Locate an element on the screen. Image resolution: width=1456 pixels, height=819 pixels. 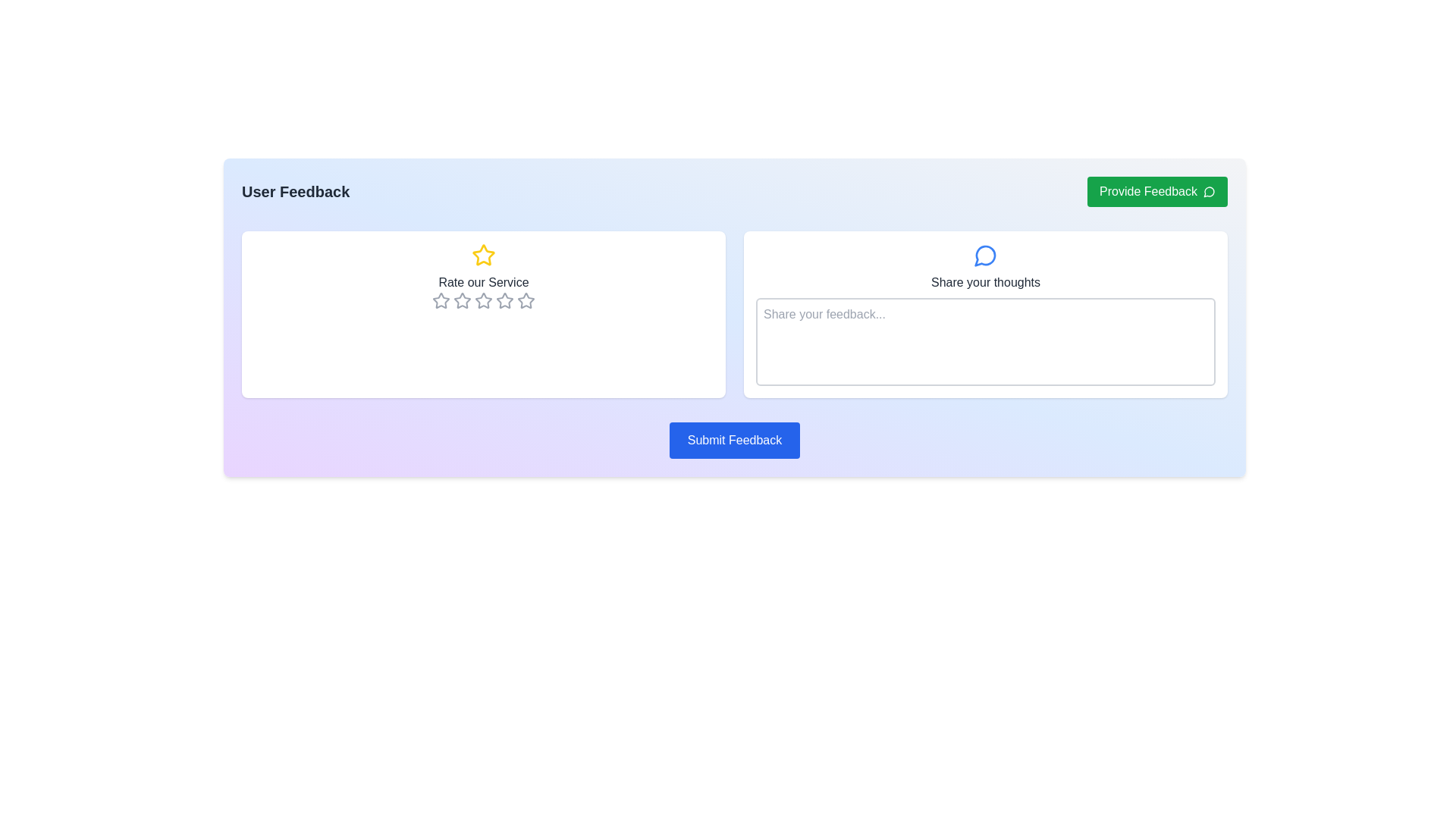
the first star icon is located at coordinates (440, 300).